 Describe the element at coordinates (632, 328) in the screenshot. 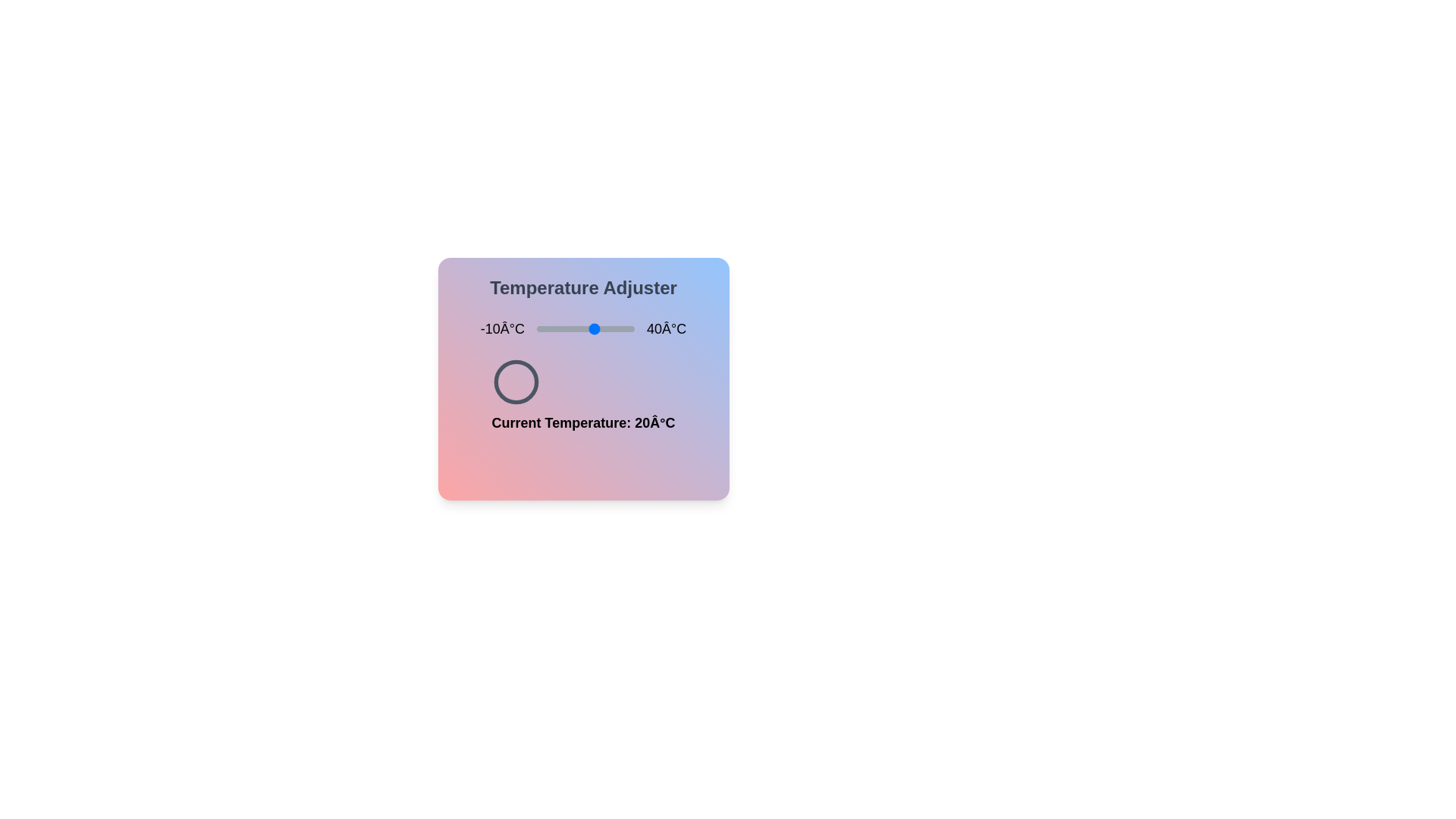

I see `the temperature slider to 39°C` at that location.